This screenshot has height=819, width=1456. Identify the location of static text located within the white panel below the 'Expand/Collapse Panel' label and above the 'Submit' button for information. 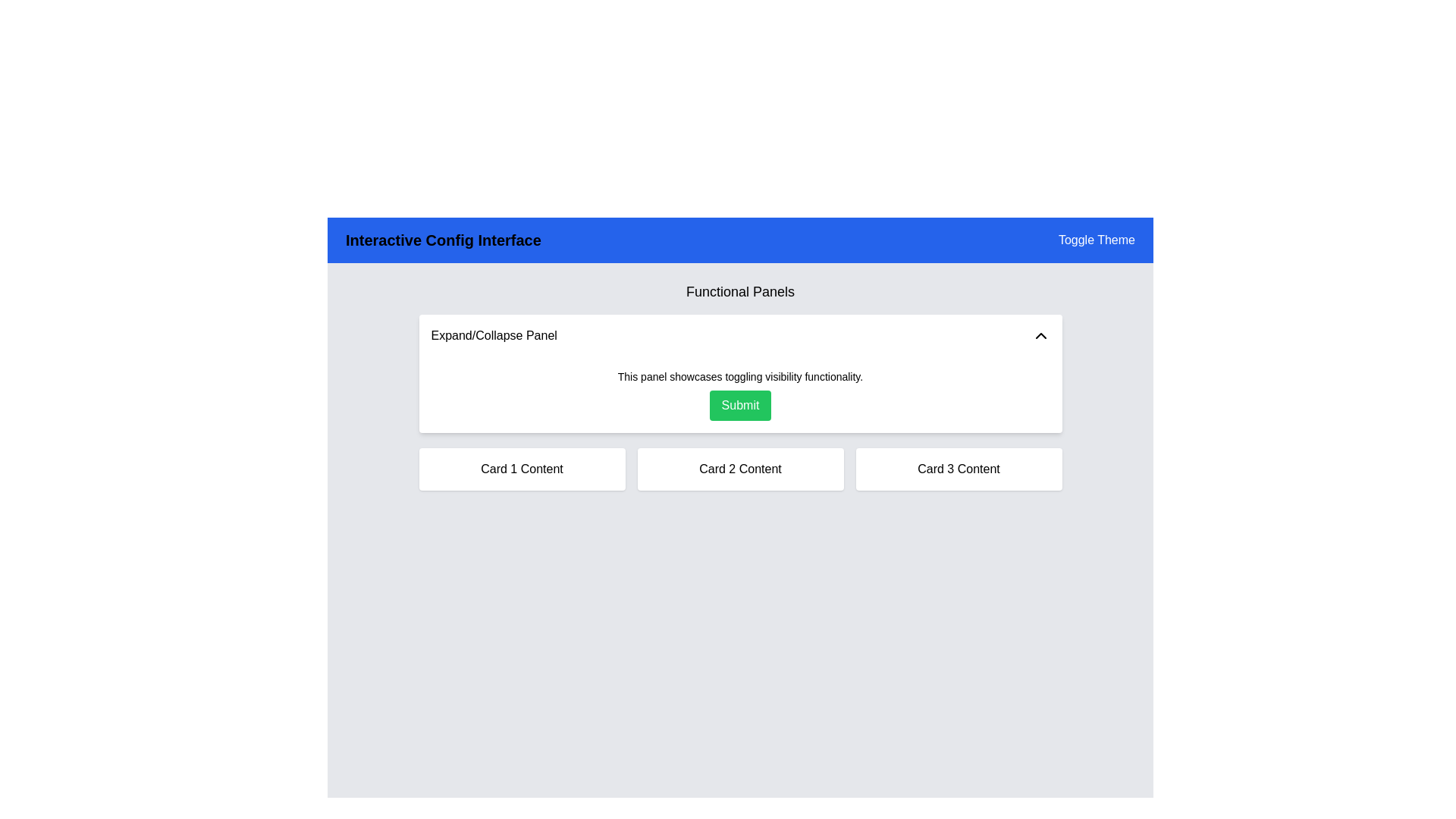
(740, 376).